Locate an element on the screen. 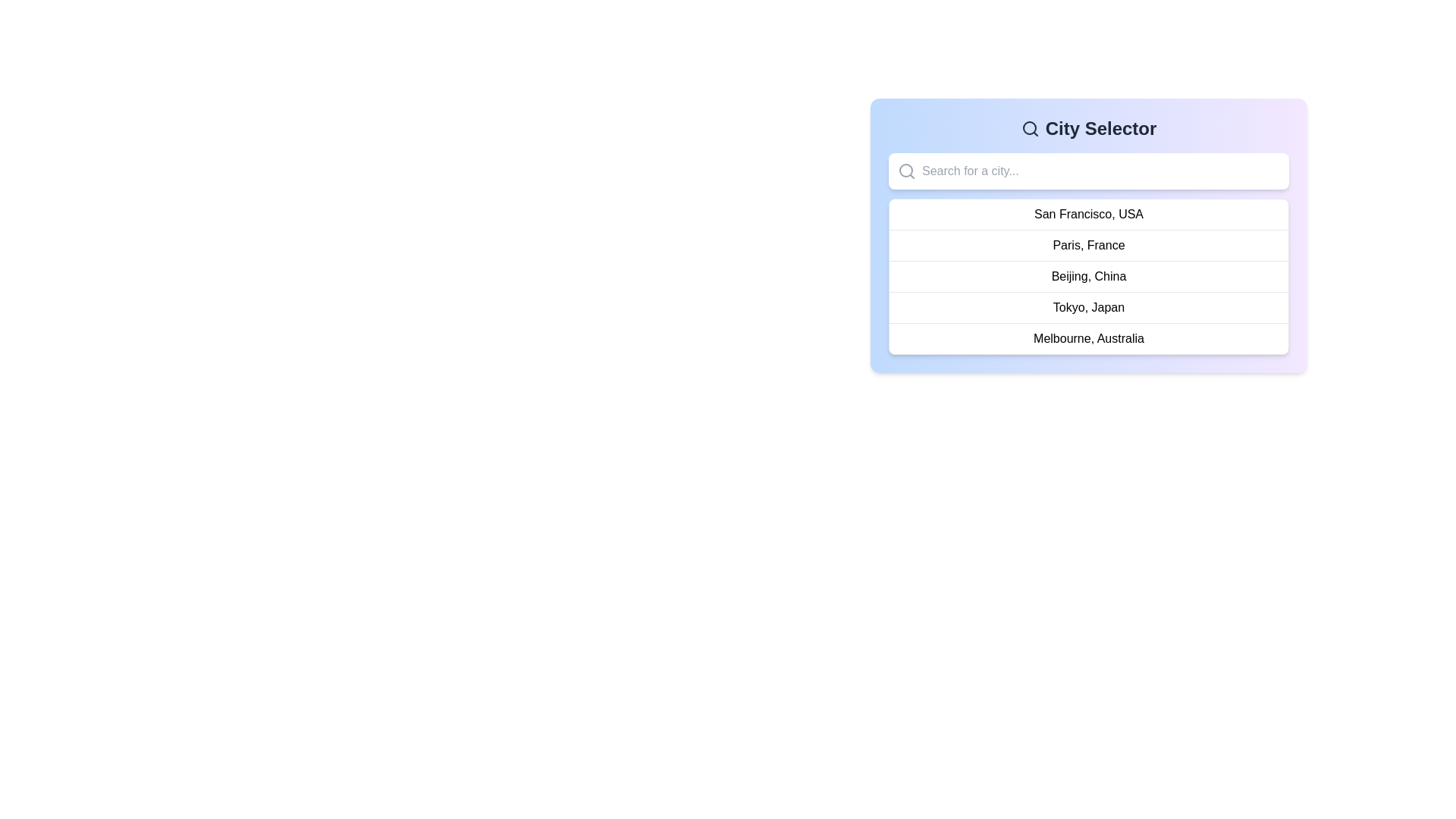 The height and width of the screenshot is (819, 1456). the fourth item in the 'City Selector' dropdown, which represents the city 'Tokyo, Japan' is located at coordinates (1087, 307).